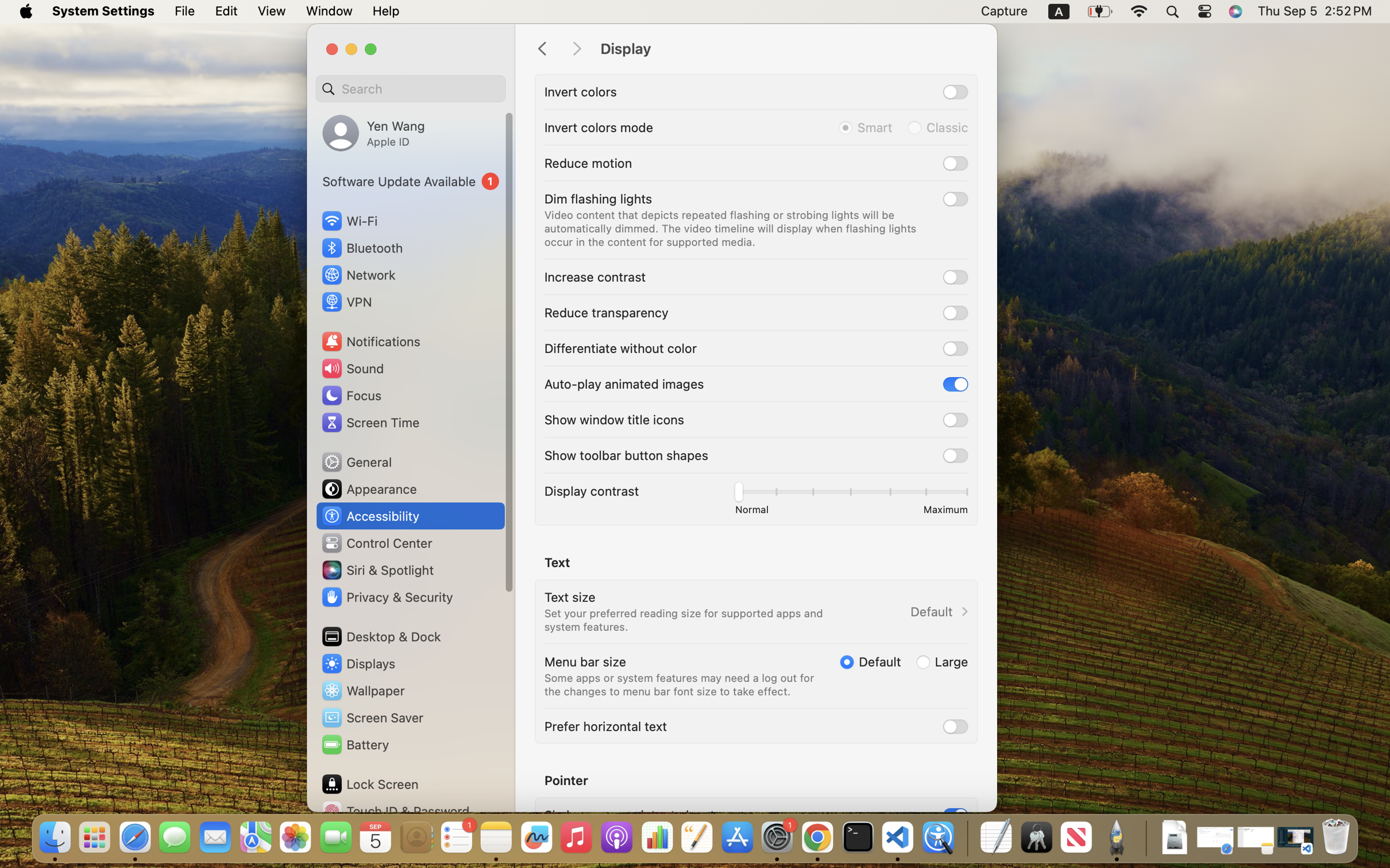 The image size is (1390, 868). I want to click on 'Notifications', so click(370, 340).